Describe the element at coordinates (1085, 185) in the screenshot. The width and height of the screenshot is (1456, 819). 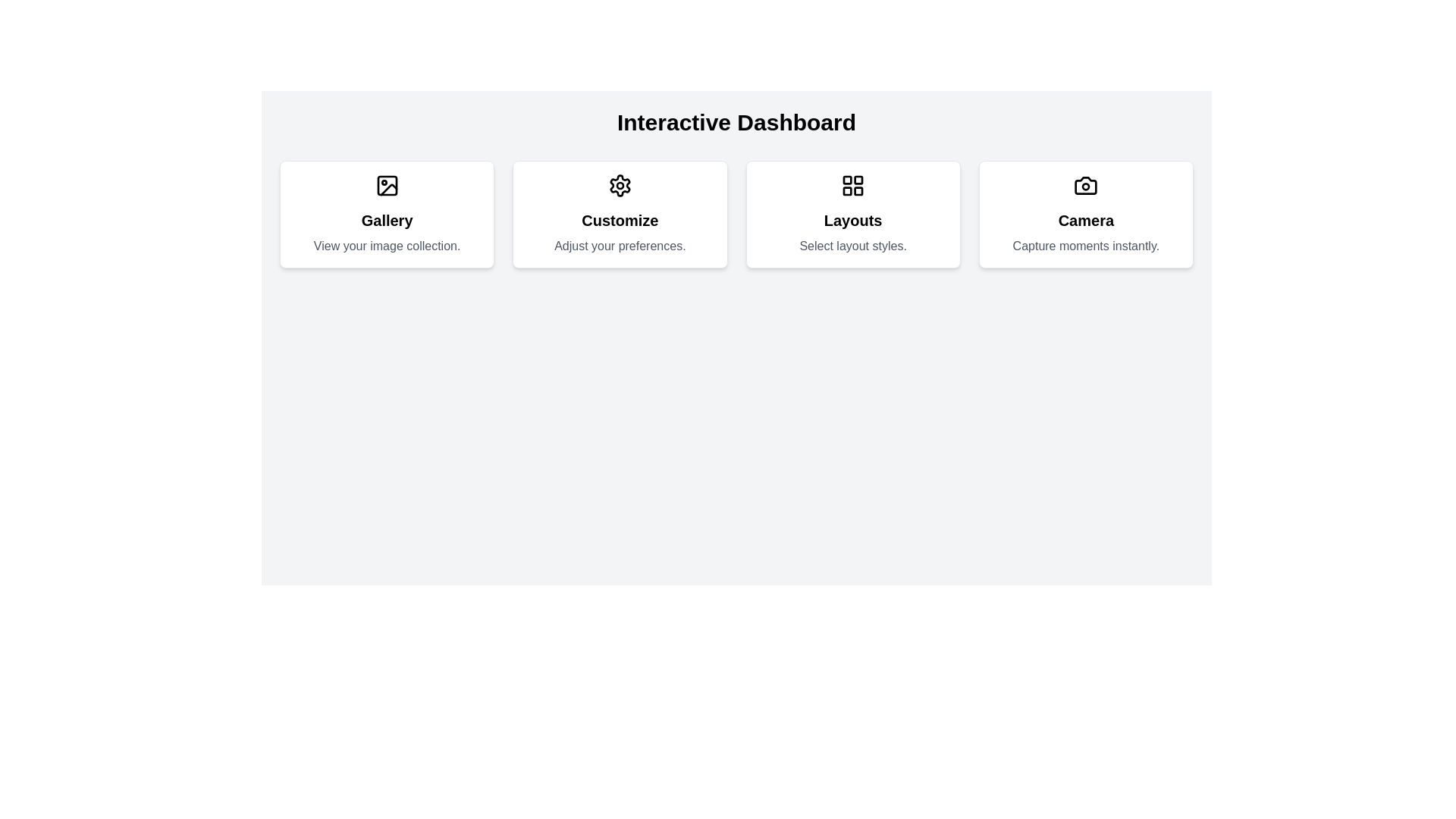
I see `the surrounding area of the camera icon, which is the first visible component in the 'Camera' card located at the far-right of the row` at that location.